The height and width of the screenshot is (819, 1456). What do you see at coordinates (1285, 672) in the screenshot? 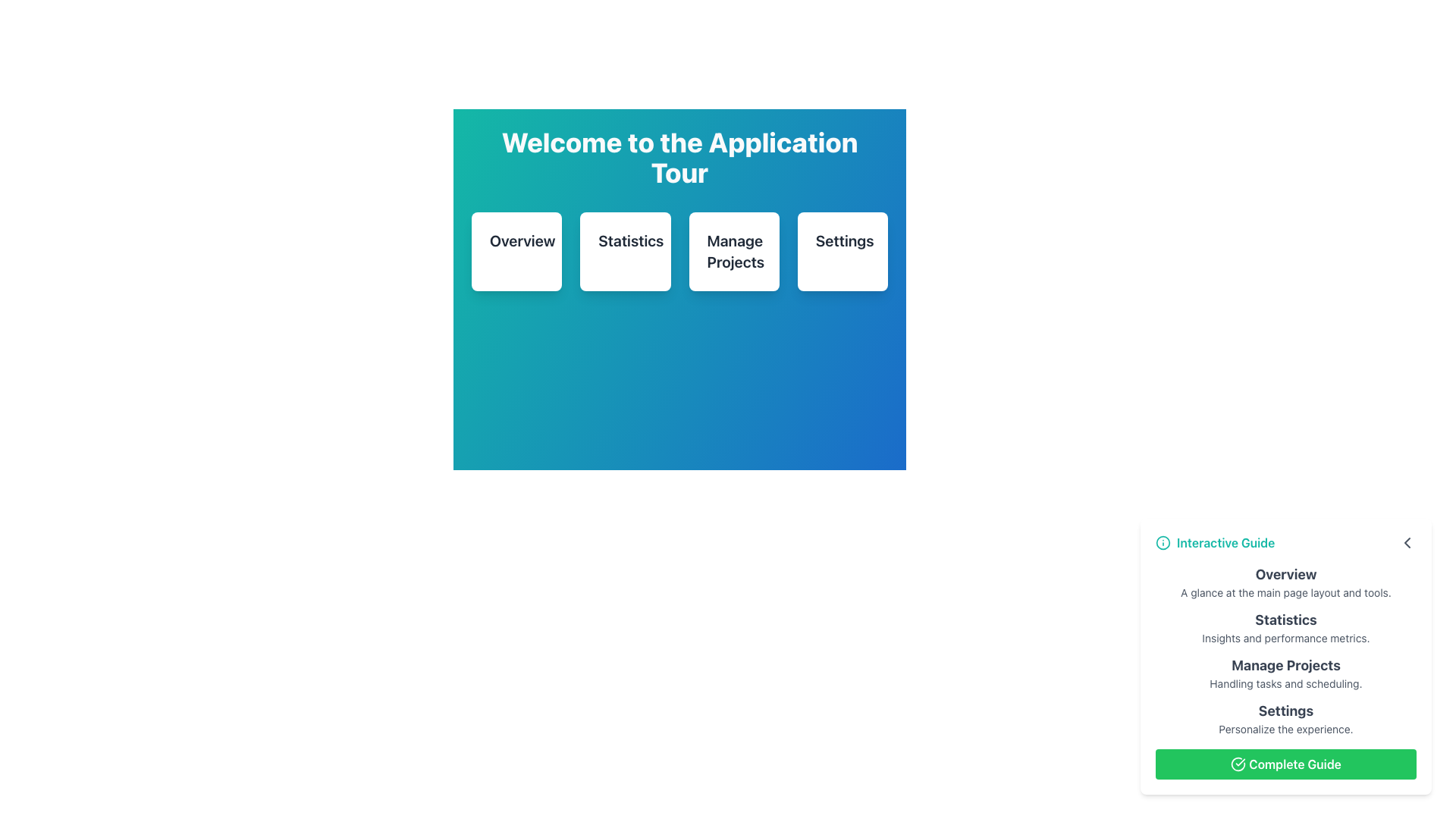
I see `the 'Manage Projects' textual information element` at bounding box center [1285, 672].